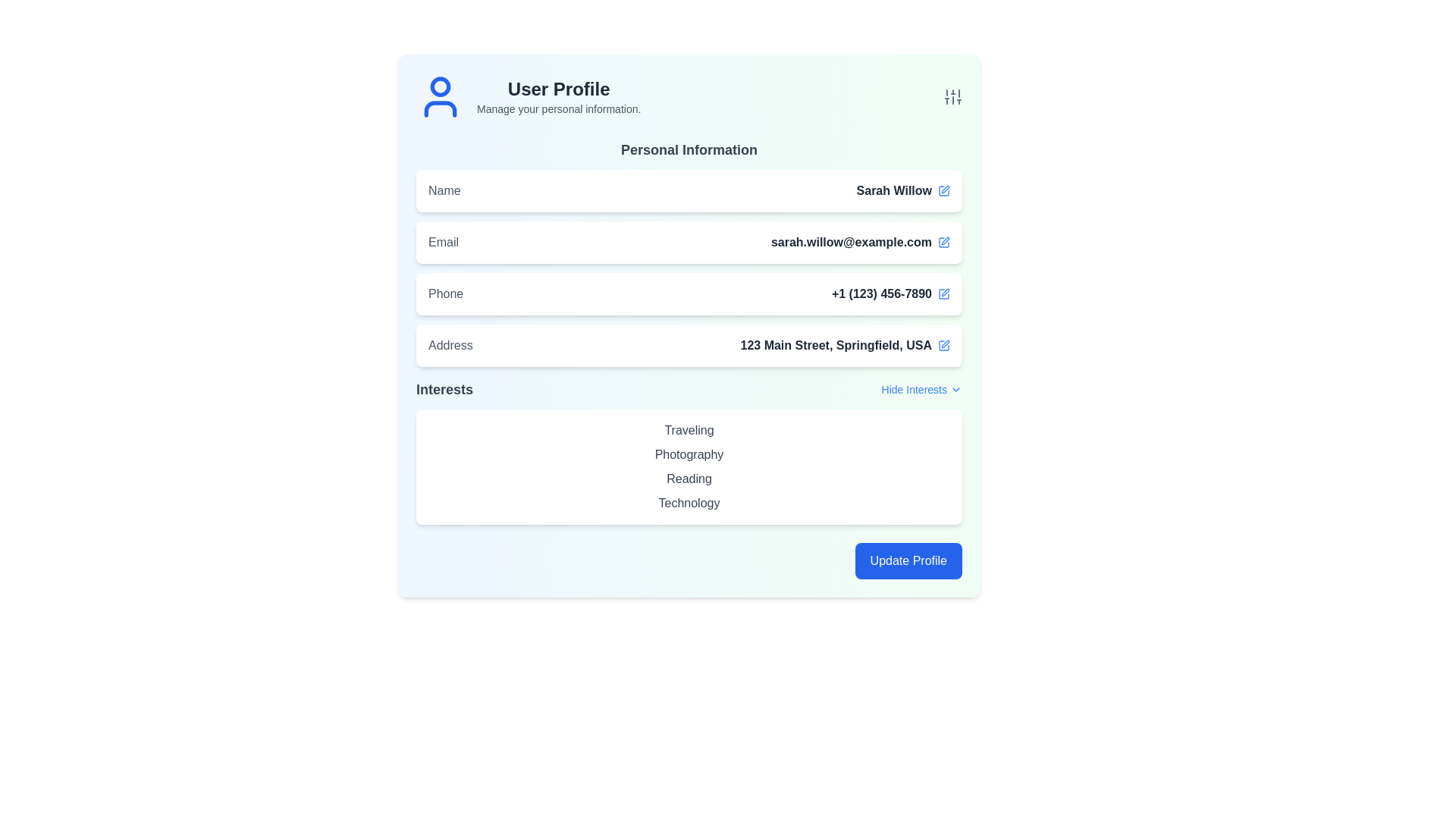  What do you see at coordinates (945, 292) in the screenshot?
I see `the edit button located to the right of the 'Address' field` at bounding box center [945, 292].